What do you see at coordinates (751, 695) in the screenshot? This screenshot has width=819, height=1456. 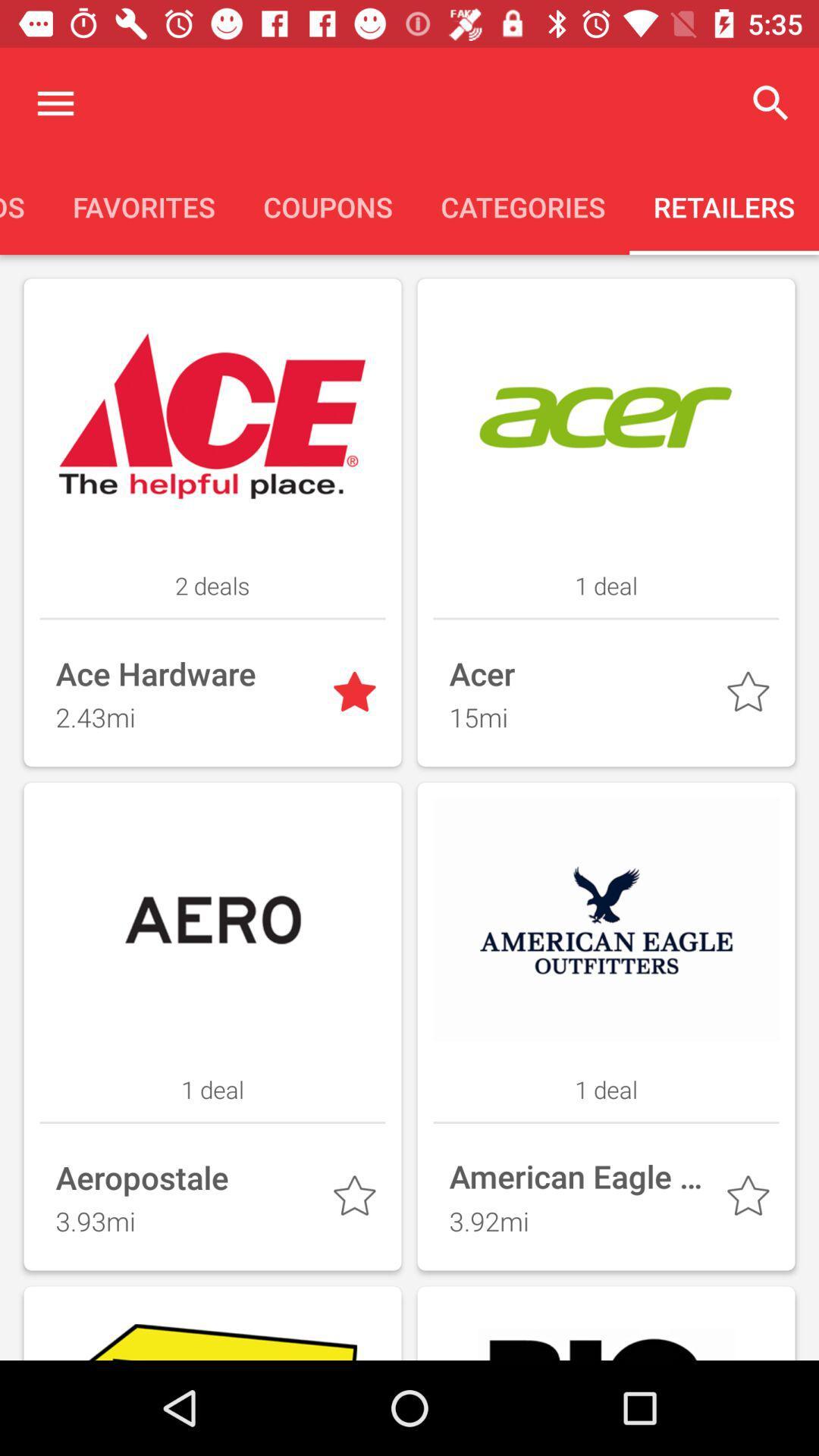 I see `favorite` at bounding box center [751, 695].